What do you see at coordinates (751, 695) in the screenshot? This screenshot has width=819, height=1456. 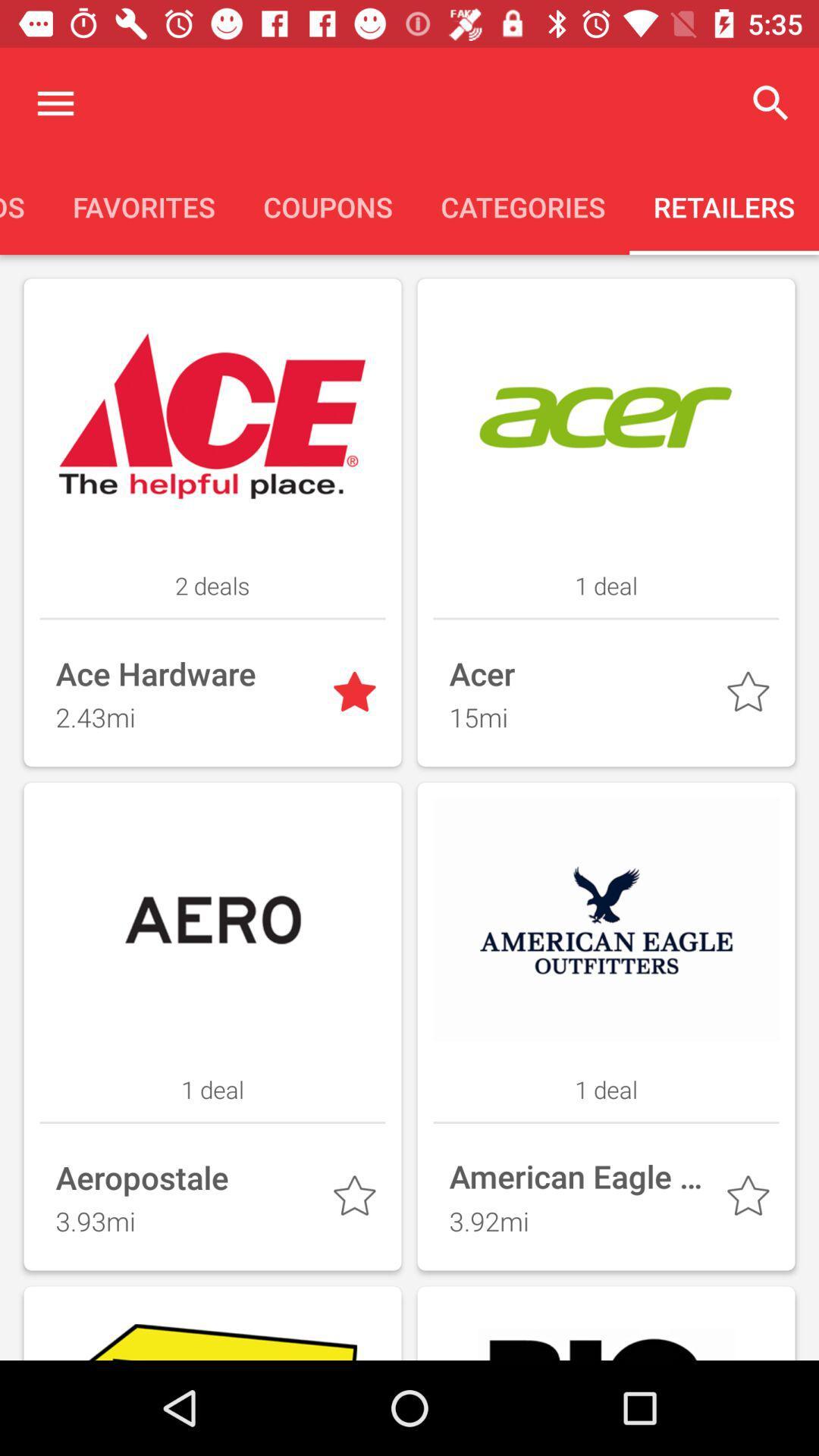 I see `favorite` at bounding box center [751, 695].